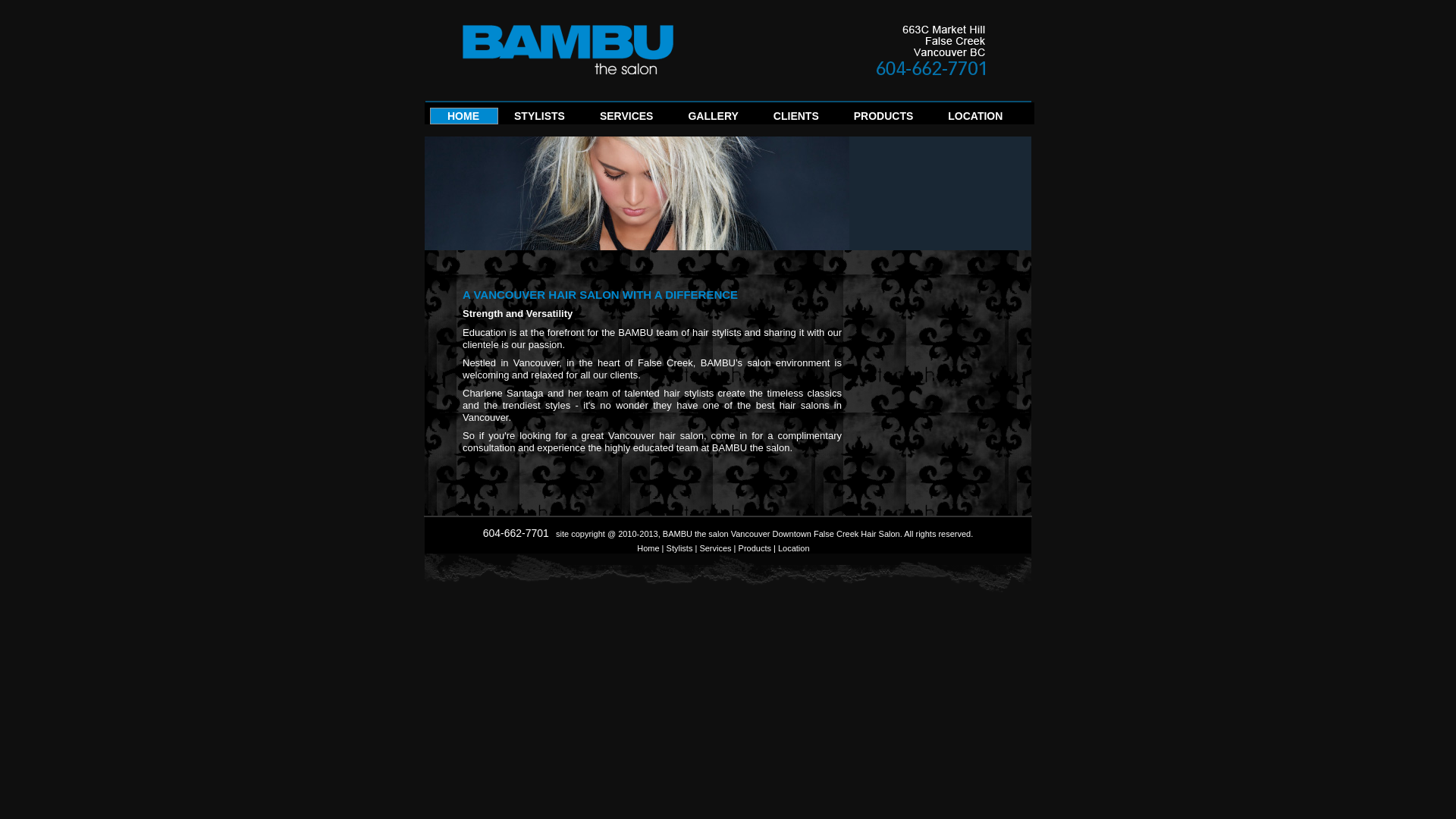 Image resolution: width=1456 pixels, height=819 pixels. I want to click on 'GALLERY', so click(712, 120).